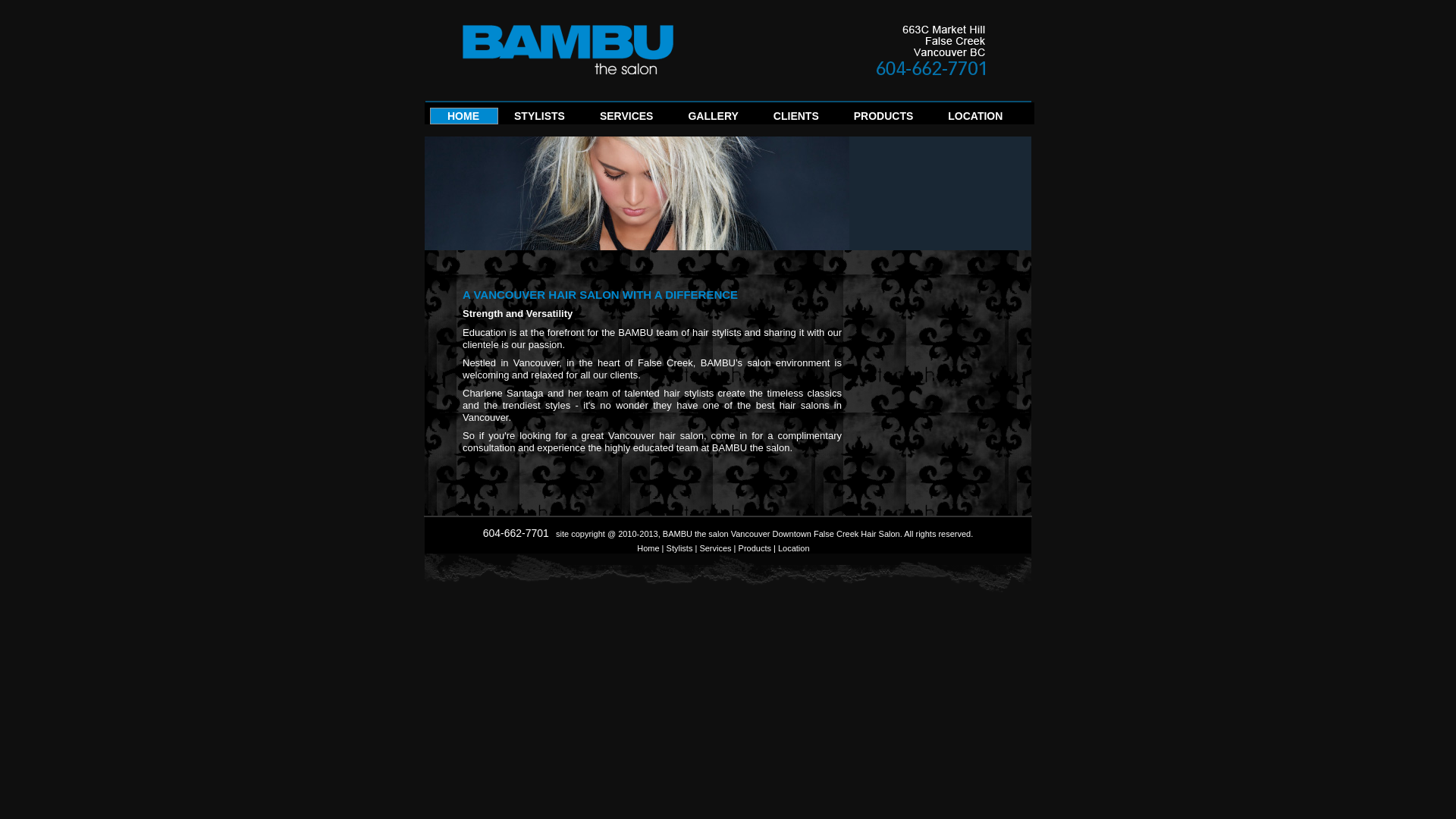 Image resolution: width=1456 pixels, height=819 pixels. I want to click on 'GALLERY', so click(712, 120).